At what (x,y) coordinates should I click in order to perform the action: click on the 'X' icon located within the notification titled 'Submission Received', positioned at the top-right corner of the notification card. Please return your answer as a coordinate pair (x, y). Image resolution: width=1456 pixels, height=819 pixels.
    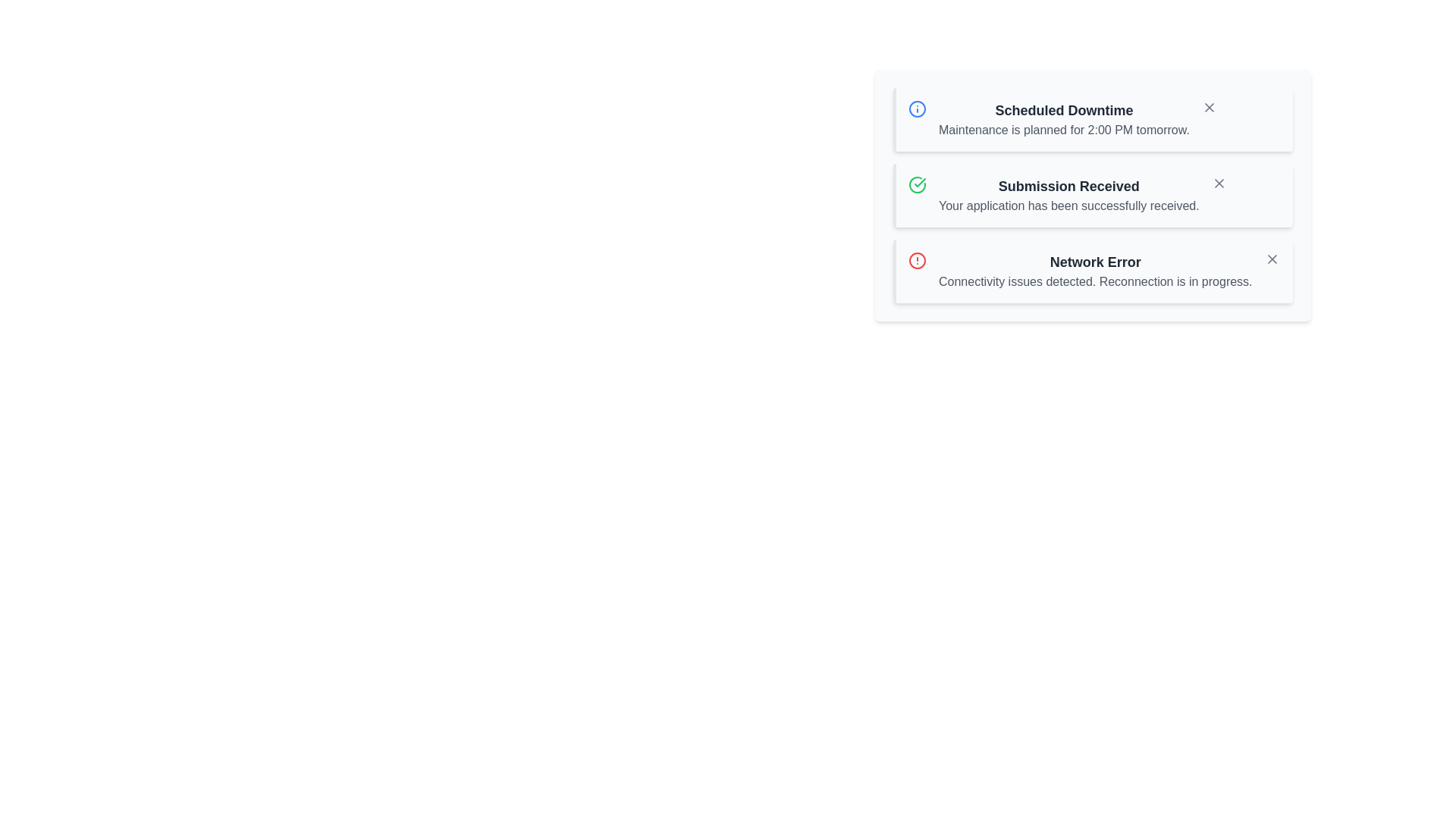
    Looking at the image, I should click on (1219, 183).